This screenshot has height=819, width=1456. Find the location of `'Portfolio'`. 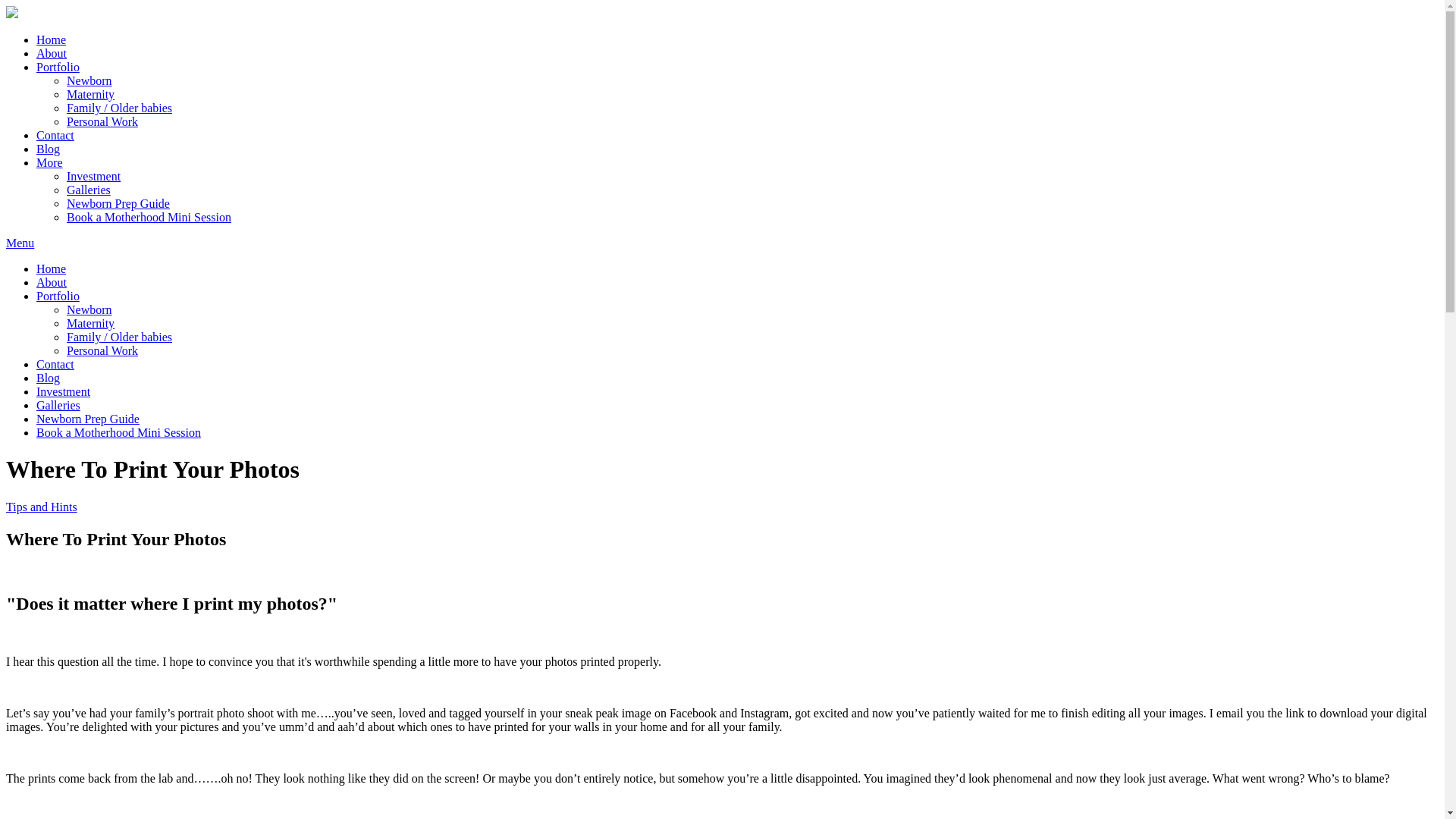

'Portfolio' is located at coordinates (58, 296).